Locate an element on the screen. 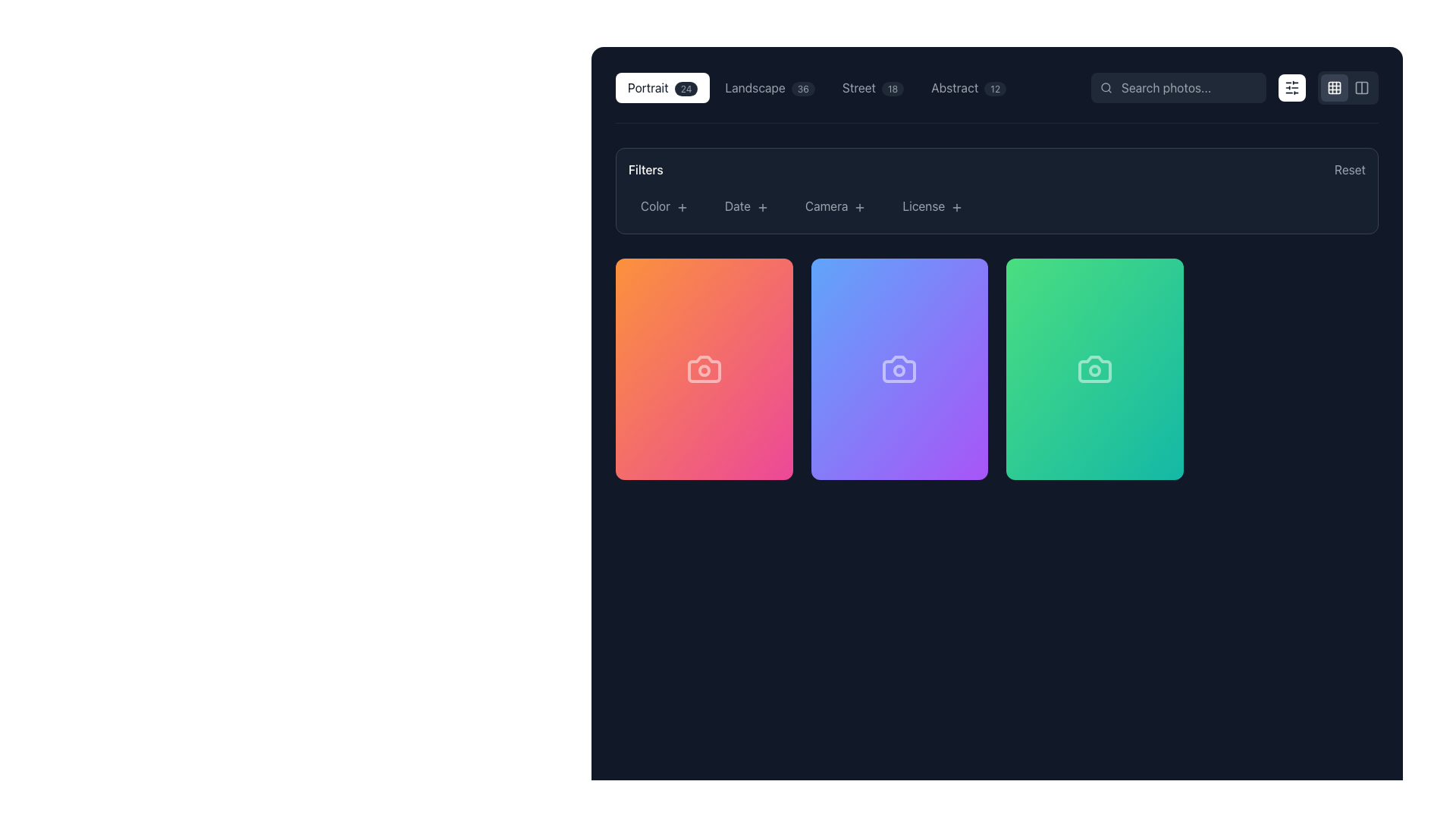 The height and width of the screenshot is (819, 1456). the camera icon located on the gradient purple card, which is the second card in a row of three cards, to interact with it is located at coordinates (899, 369).